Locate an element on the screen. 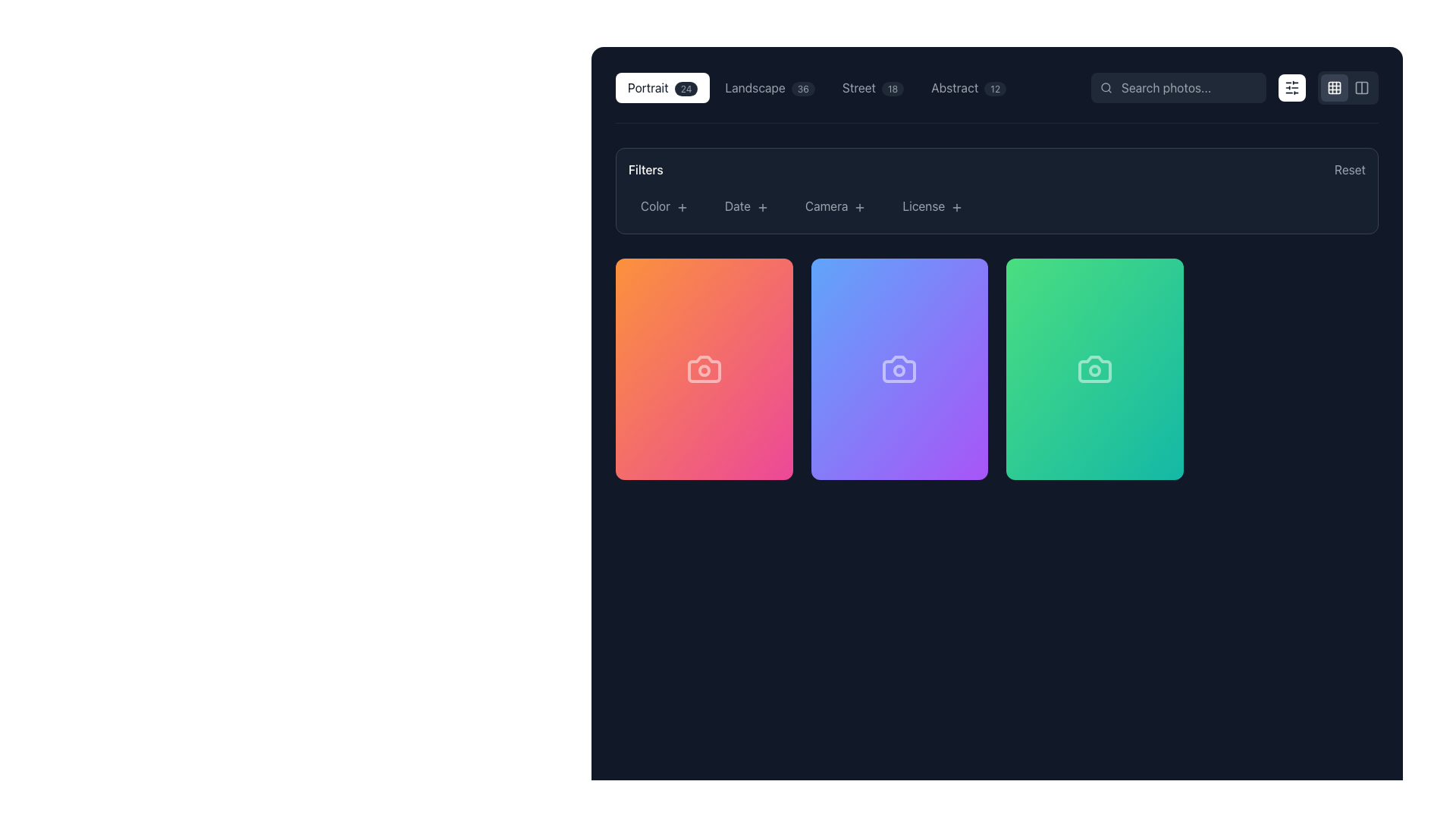 The height and width of the screenshot is (819, 1456). the camera icon located on the gradient purple card, which is the second card in a row of three cards, to interact with it is located at coordinates (899, 369).